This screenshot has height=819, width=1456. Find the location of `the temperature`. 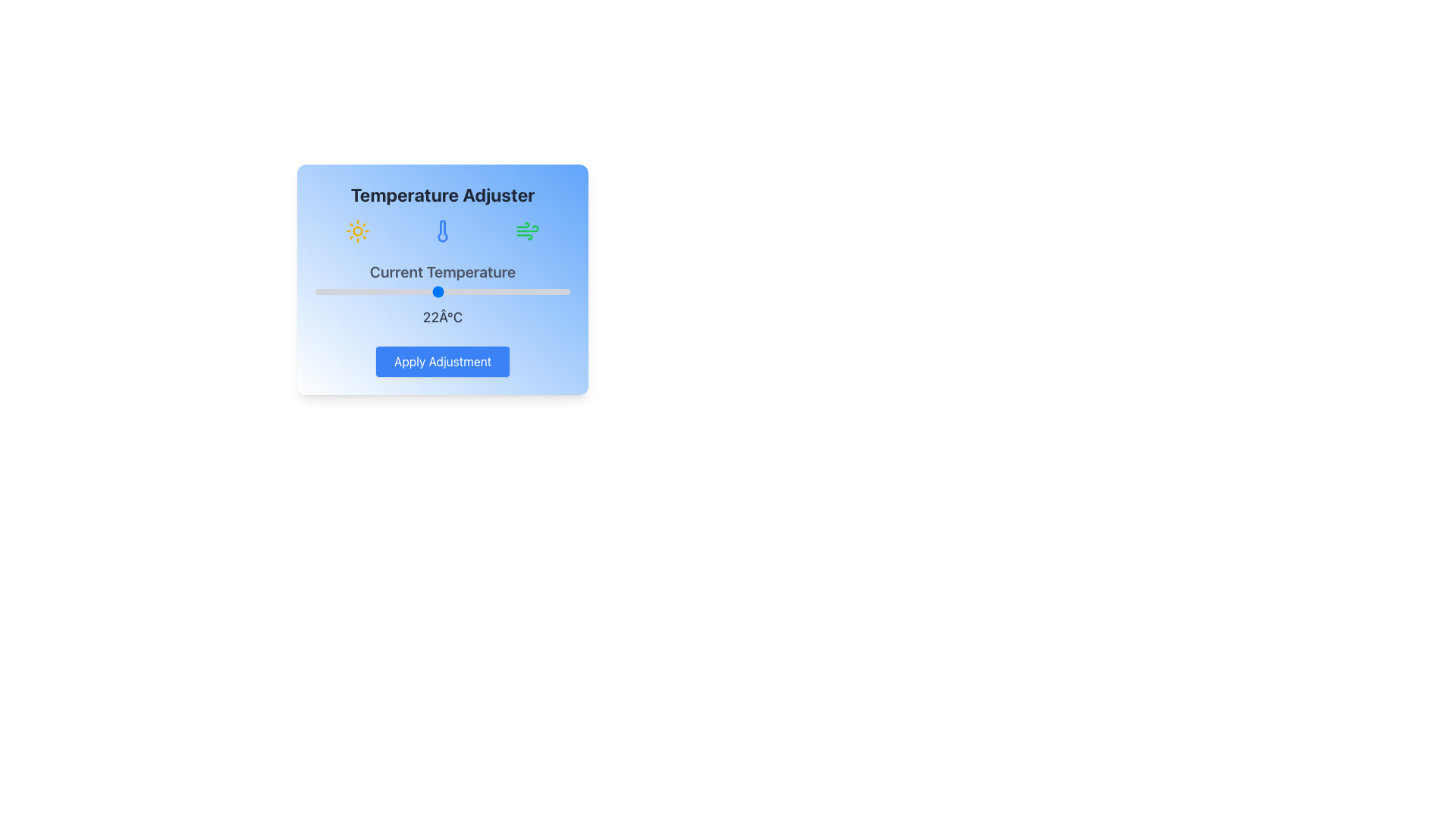

the temperature is located at coordinates (417, 292).